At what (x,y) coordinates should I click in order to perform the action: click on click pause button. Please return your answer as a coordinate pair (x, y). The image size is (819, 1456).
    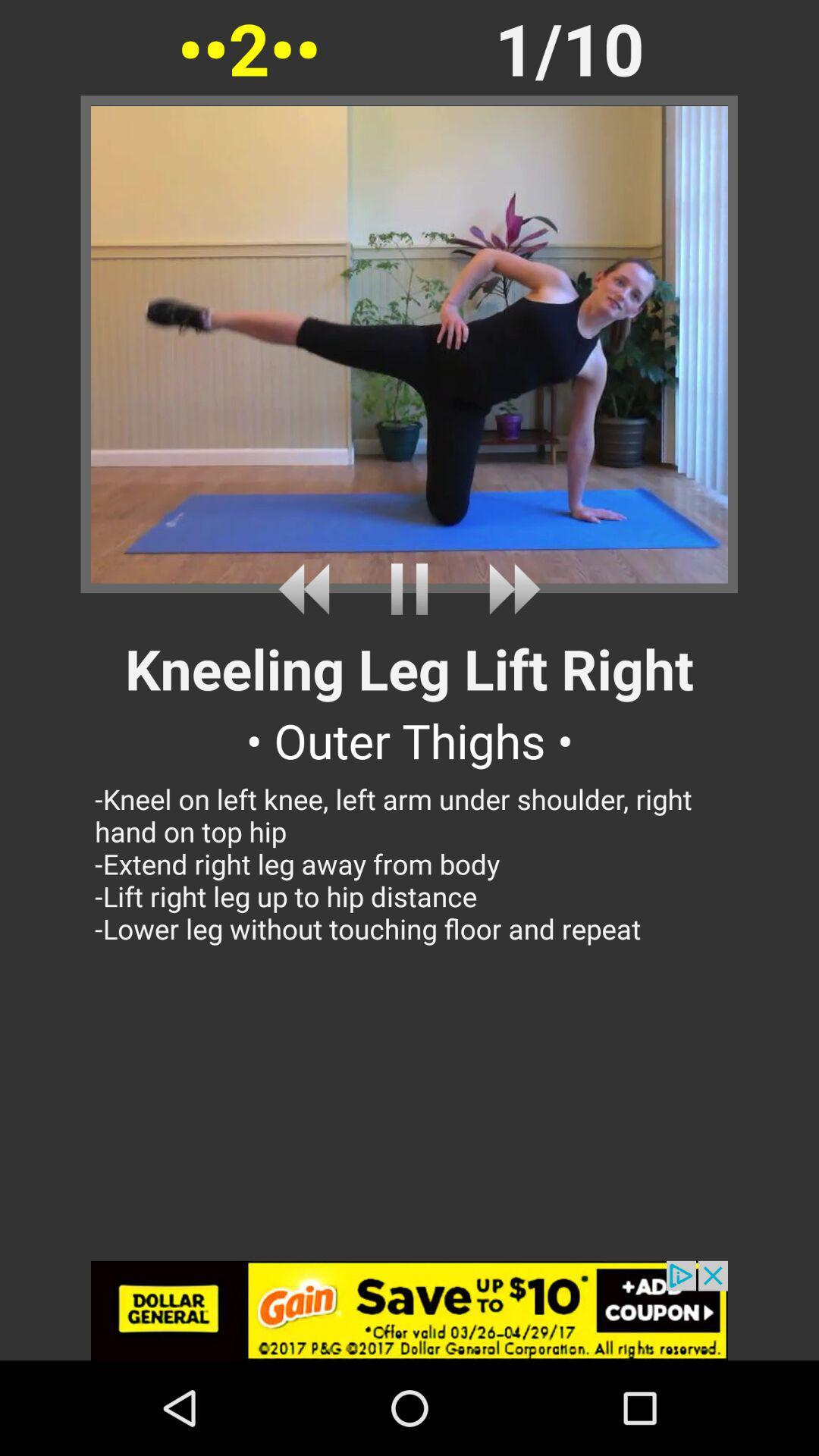
    Looking at the image, I should click on (409, 588).